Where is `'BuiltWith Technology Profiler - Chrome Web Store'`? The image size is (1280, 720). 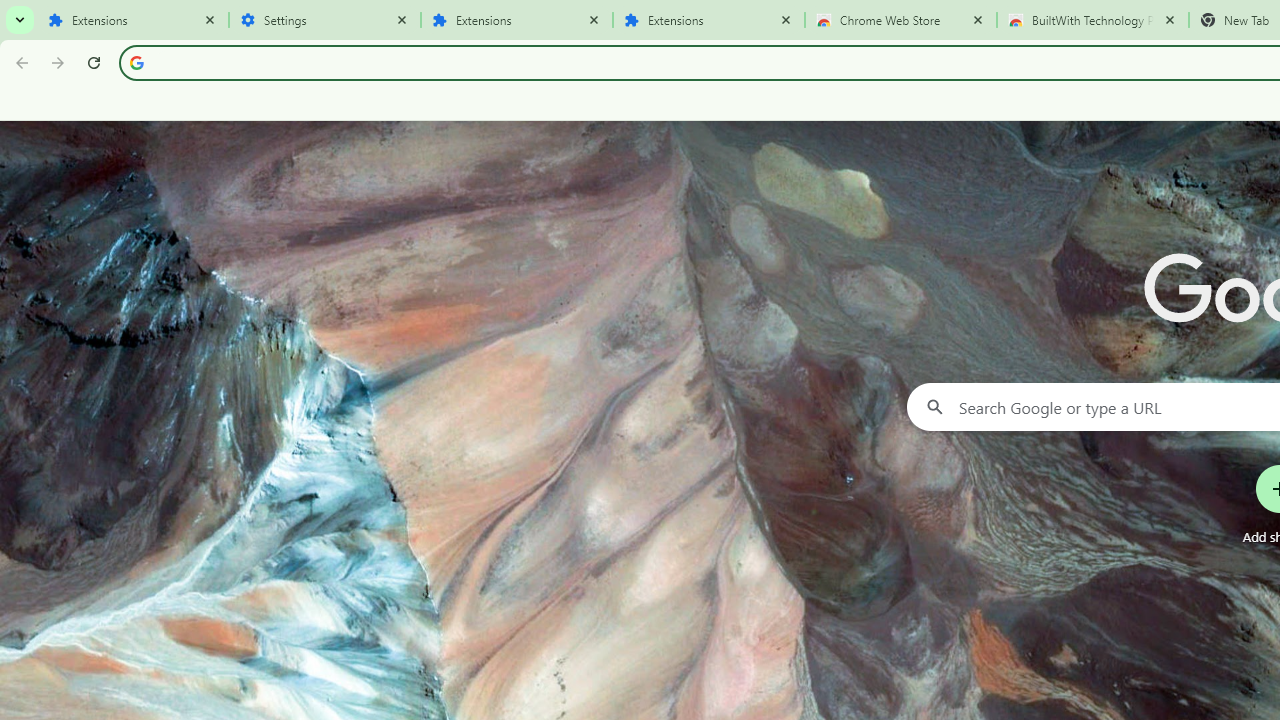 'BuiltWith Technology Profiler - Chrome Web Store' is located at coordinates (1092, 20).